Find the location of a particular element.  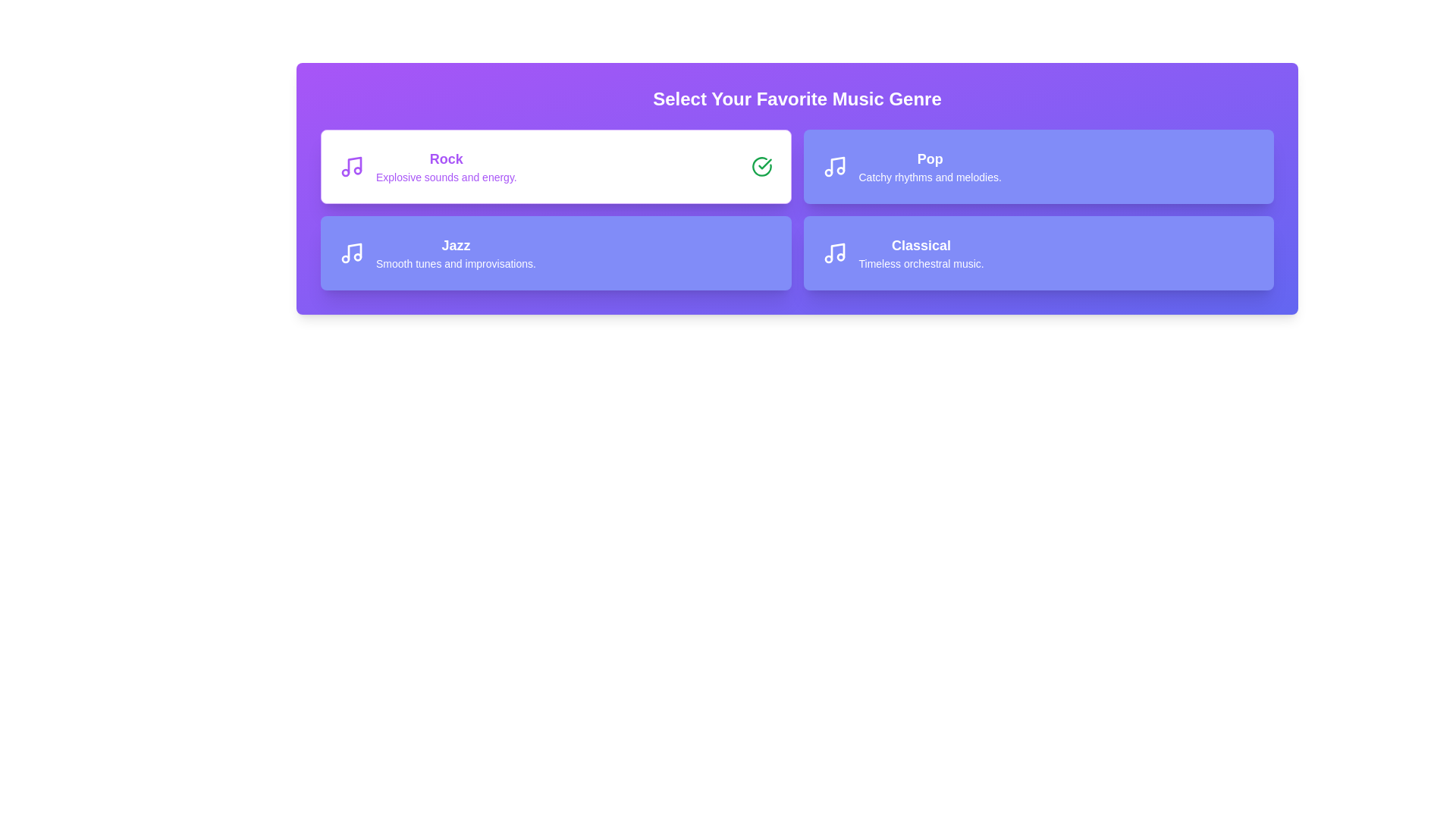

the text block containing the heading 'Classical' and the subtitle 'Timeless orchestral music.' which is part of the genre selection card in the bottom-right quadrant is located at coordinates (921, 253).